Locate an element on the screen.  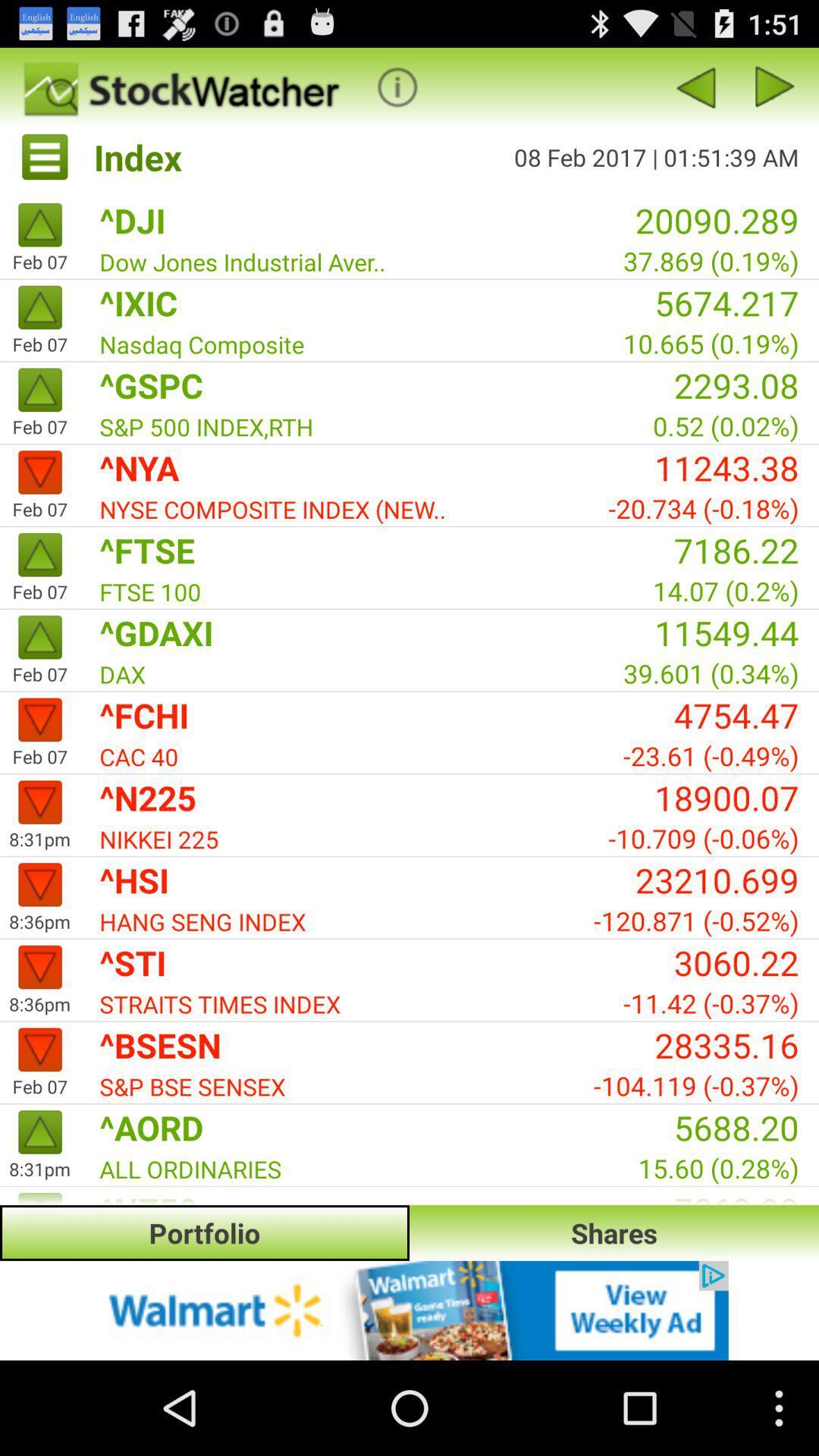
go back is located at coordinates (775, 86).